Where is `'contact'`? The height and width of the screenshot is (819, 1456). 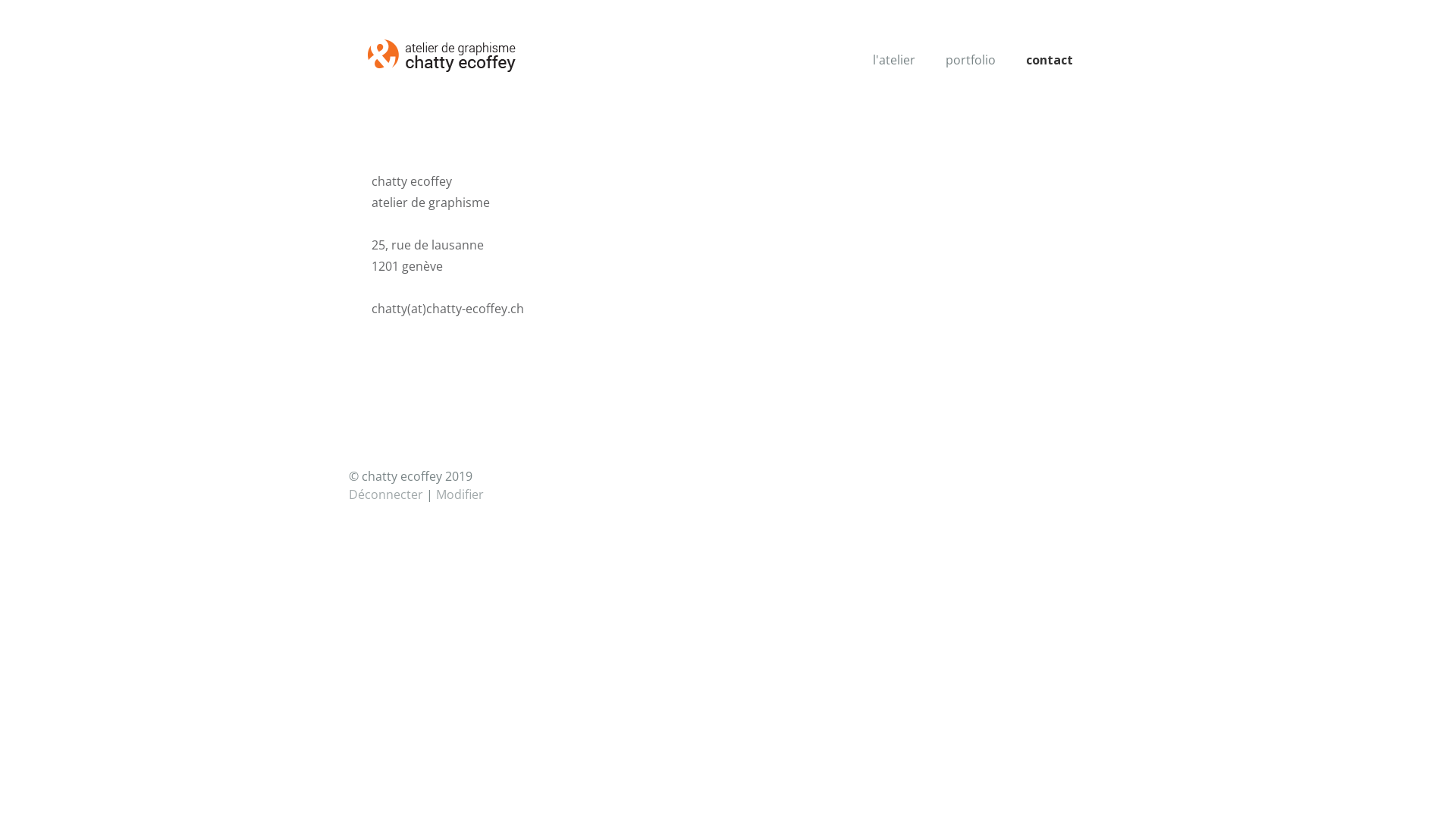
'contact' is located at coordinates (1015, 58).